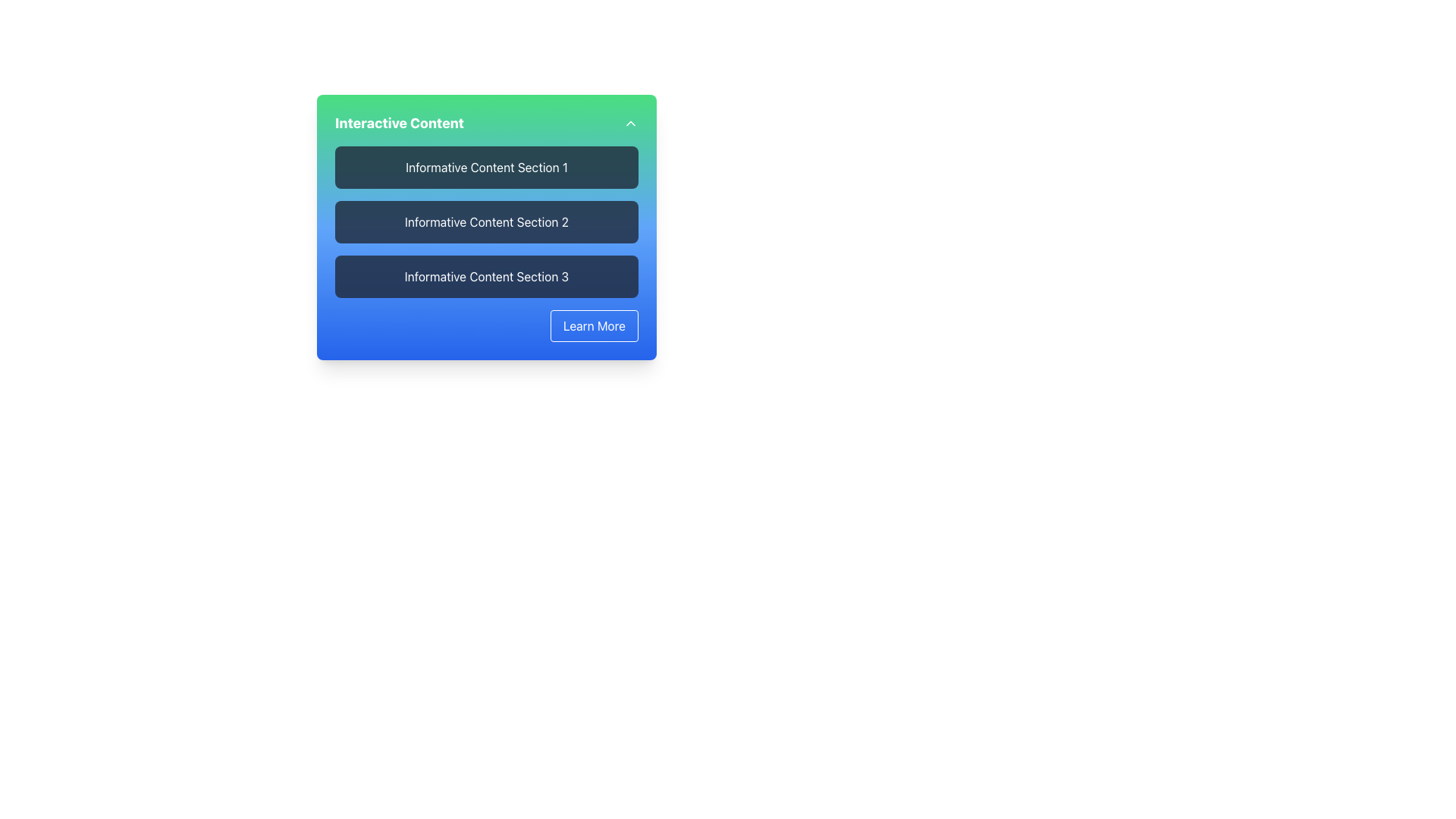 The image size is (1456, 819). What do you see at coordinates (630, 122) in the screenshot?
I see `the upward-facing chevron button located at the top-right corner of the 'Interactive Content' header` at bounding box center [630, 122].